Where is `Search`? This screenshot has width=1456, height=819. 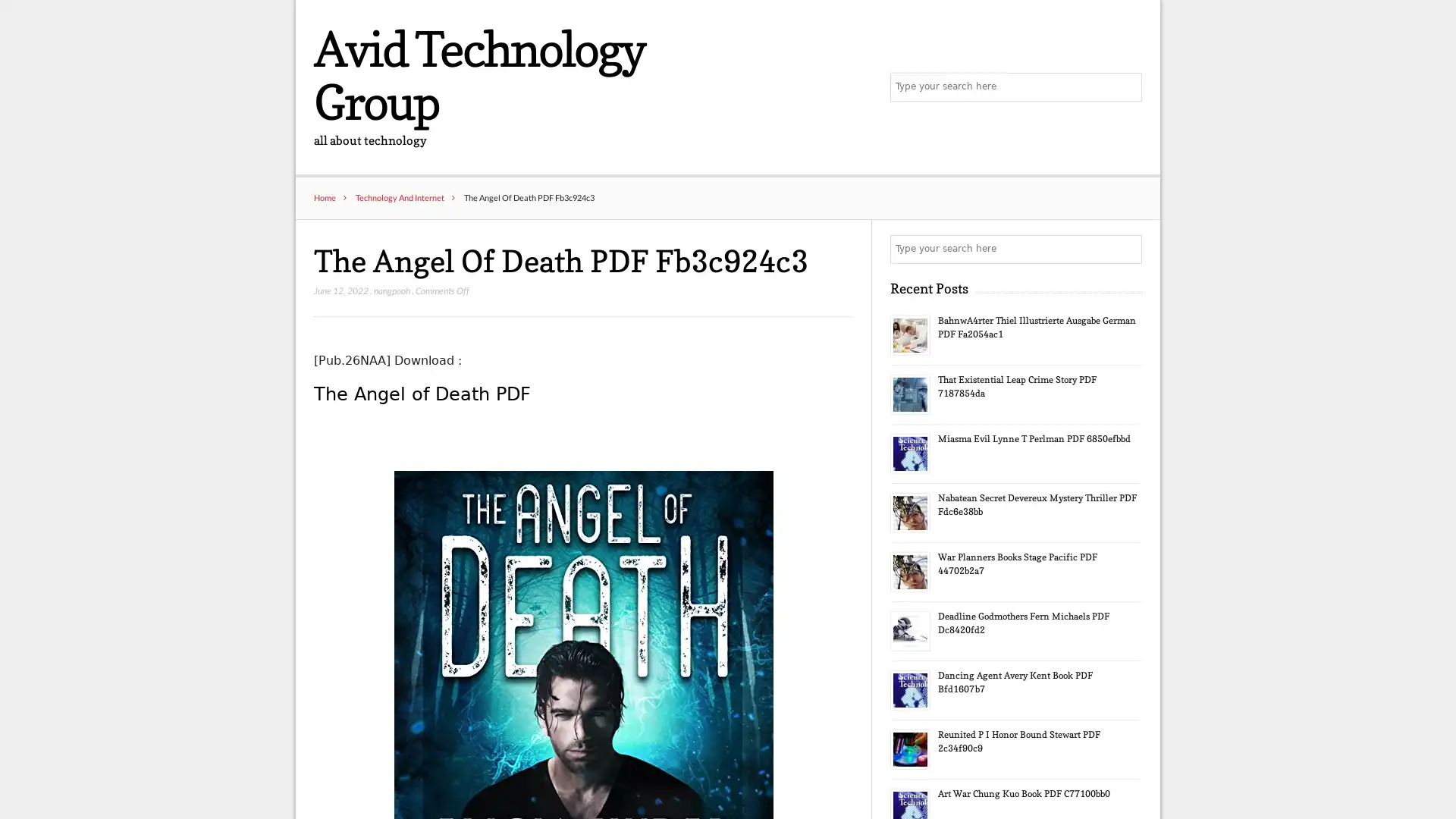 Search is located at coordinates (1126, 87).